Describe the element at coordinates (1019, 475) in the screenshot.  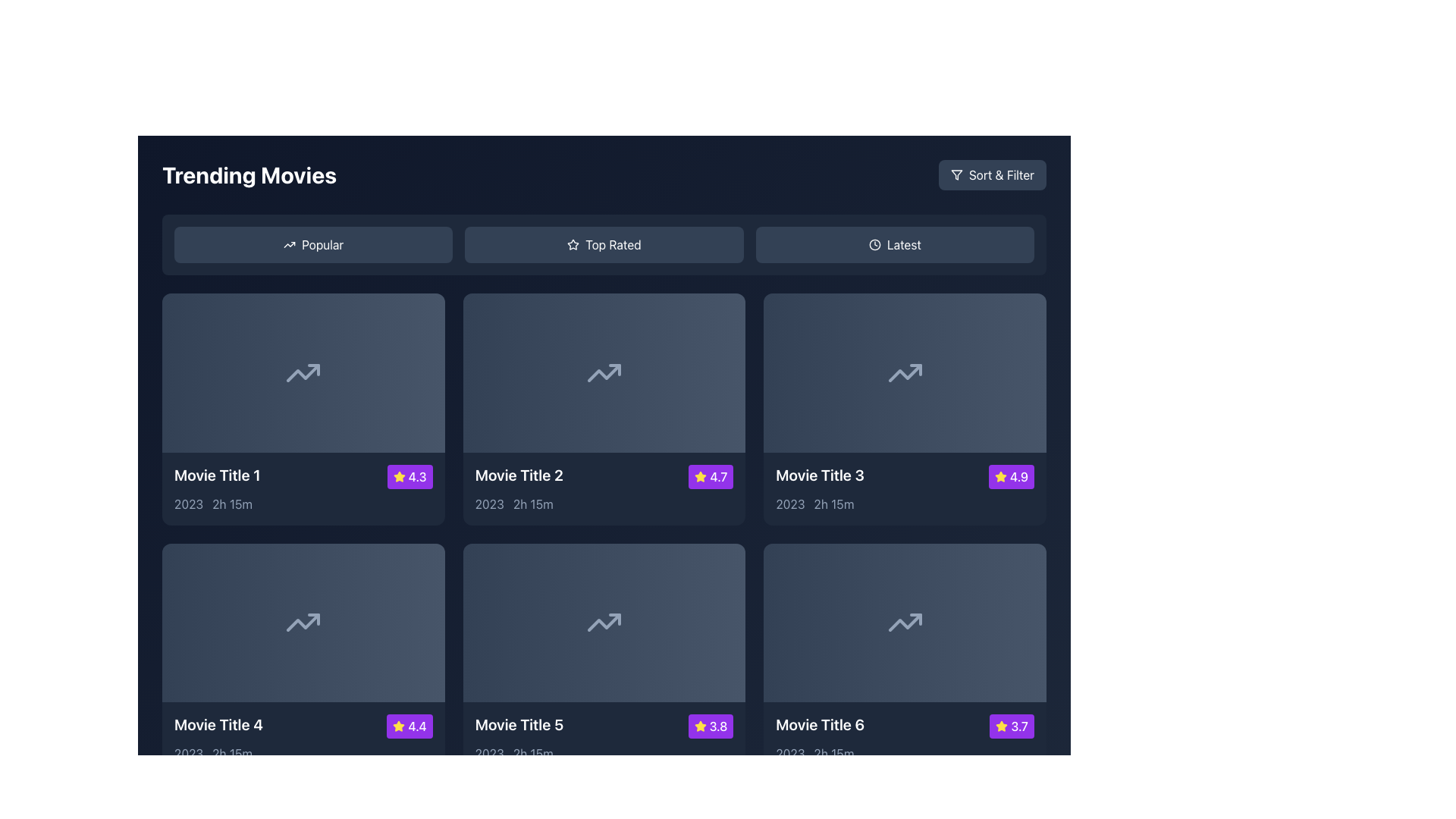
I see `the text label displaying the rating '4.9' in white font on a purple background, located within the bottom-right section of the 'Movie Title 3' card` at that location.